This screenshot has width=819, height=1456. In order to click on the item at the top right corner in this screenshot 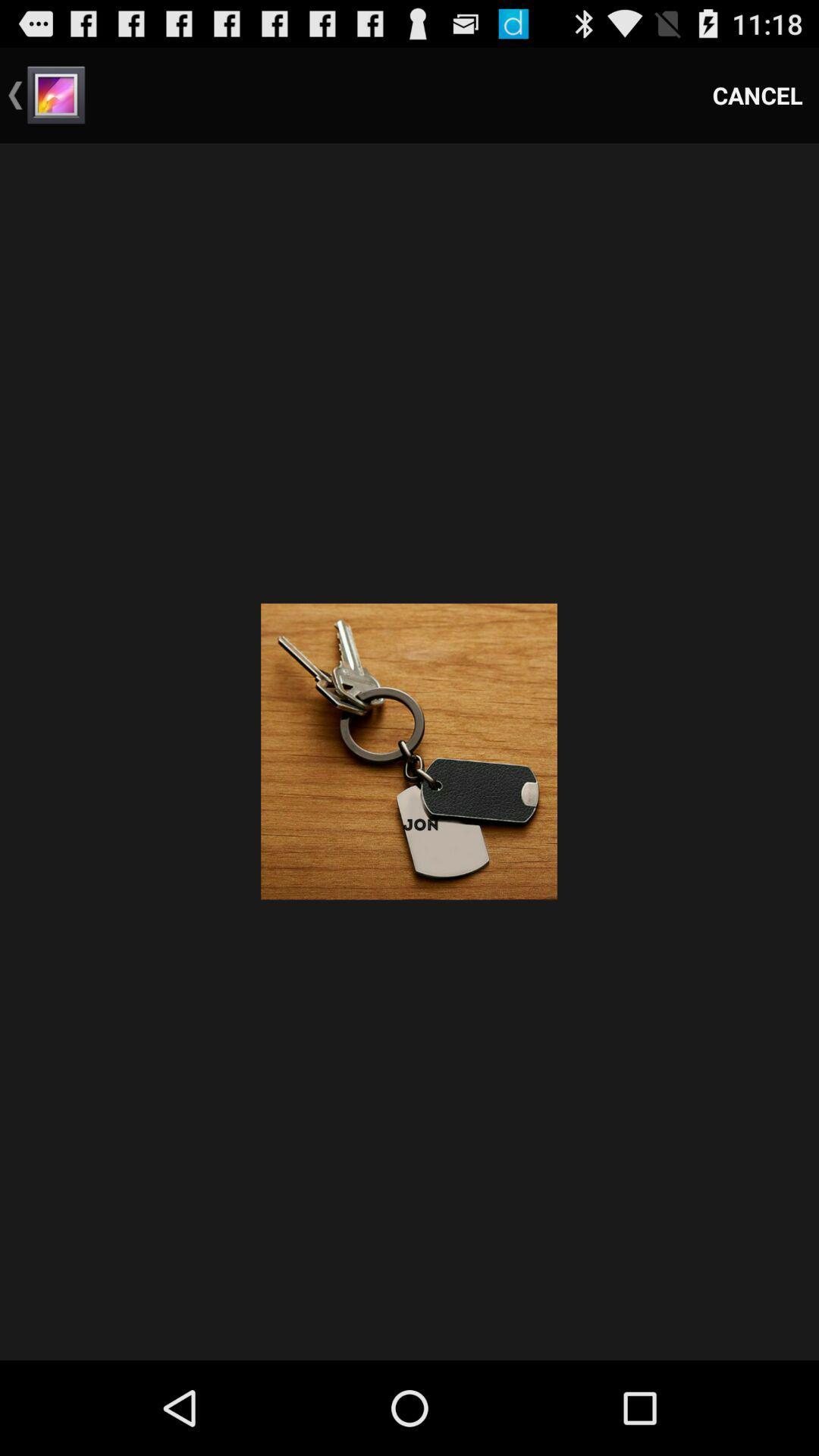, I will do `click(758, 94)`.